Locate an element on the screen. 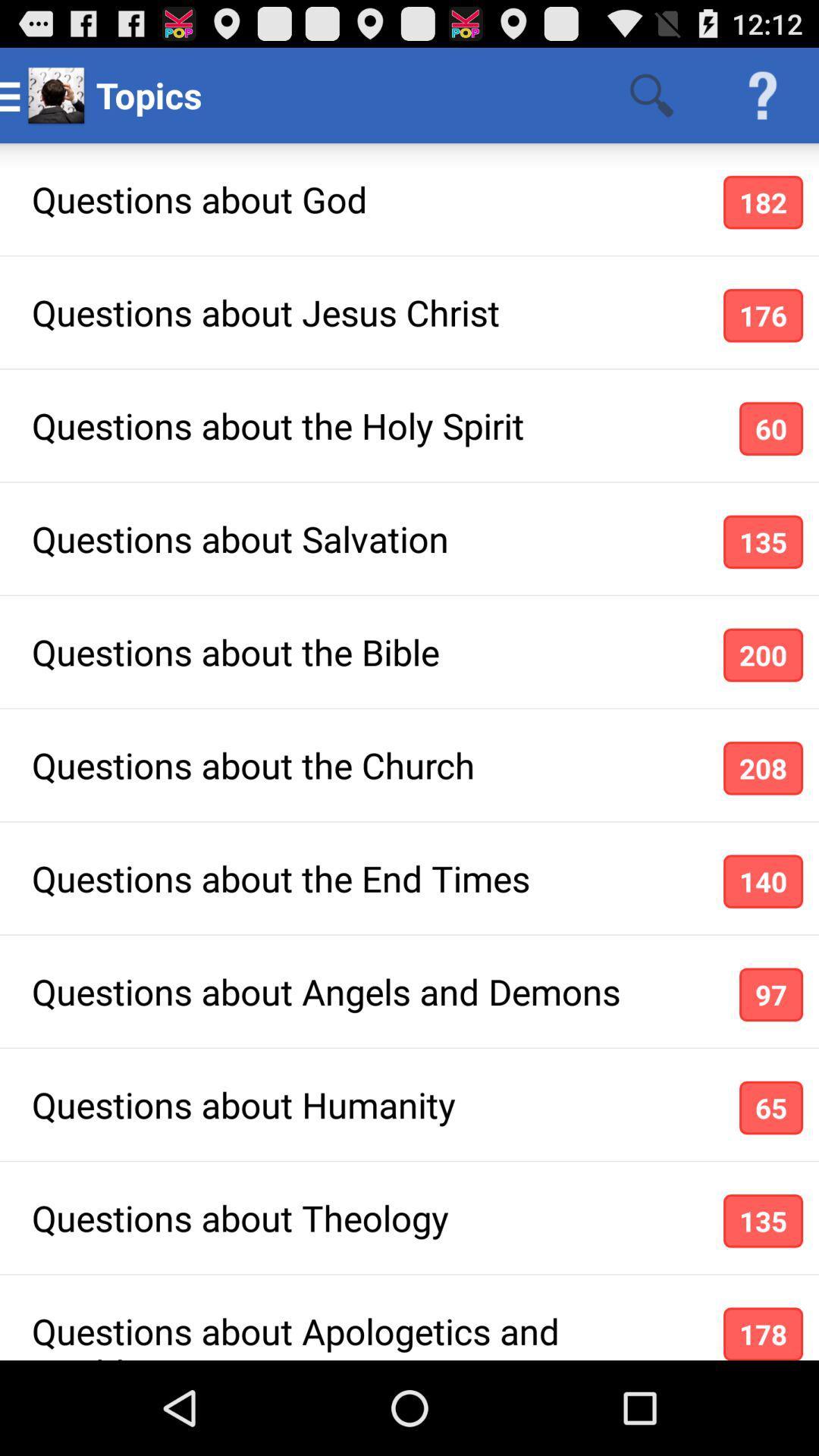 The width and height of the screenshot is (819, 1456). app above questions about humanity is located at coordinates (771, 994).